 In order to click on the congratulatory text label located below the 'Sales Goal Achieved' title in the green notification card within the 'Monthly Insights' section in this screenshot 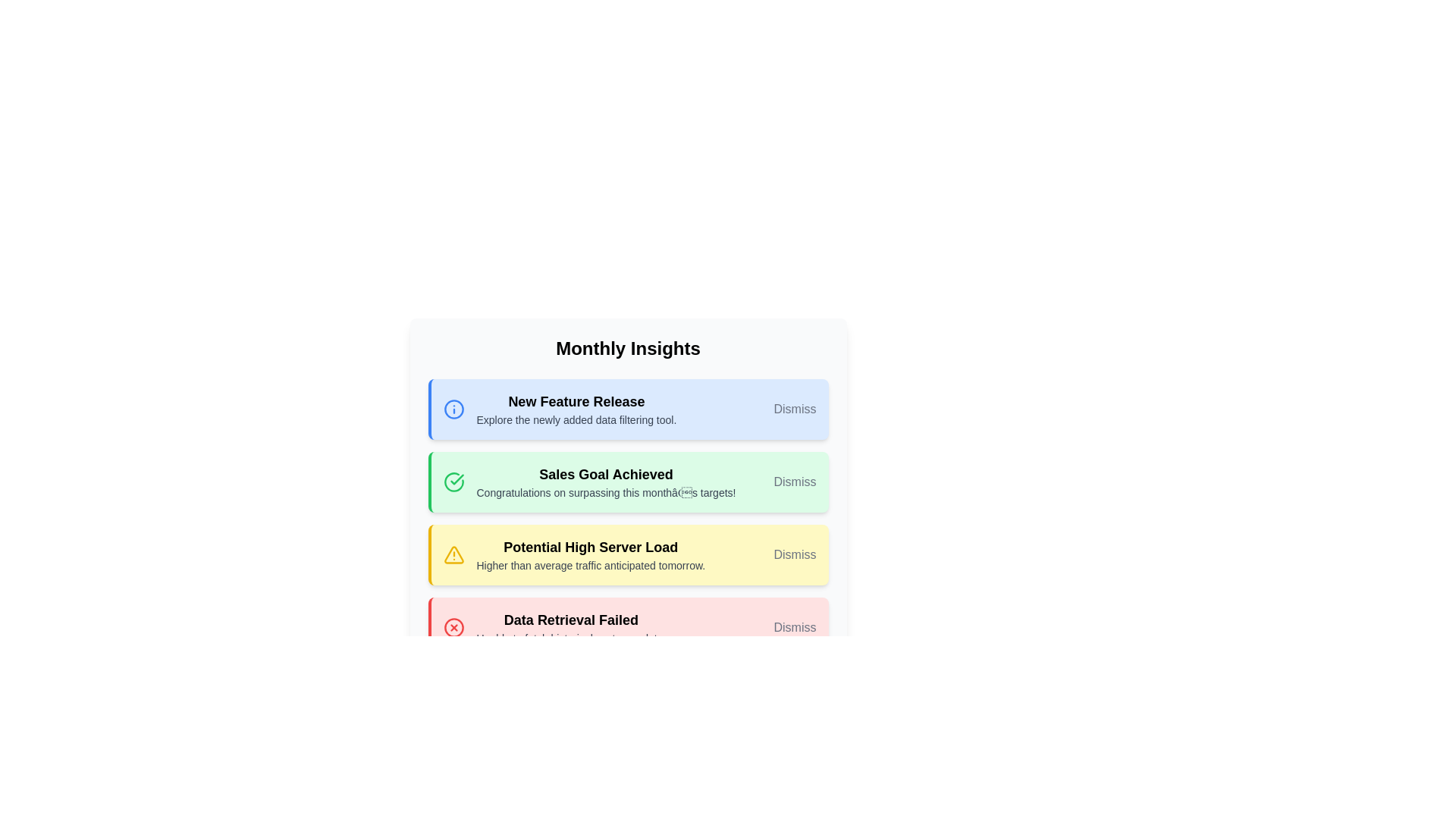, I will do `click(605, 493)`.